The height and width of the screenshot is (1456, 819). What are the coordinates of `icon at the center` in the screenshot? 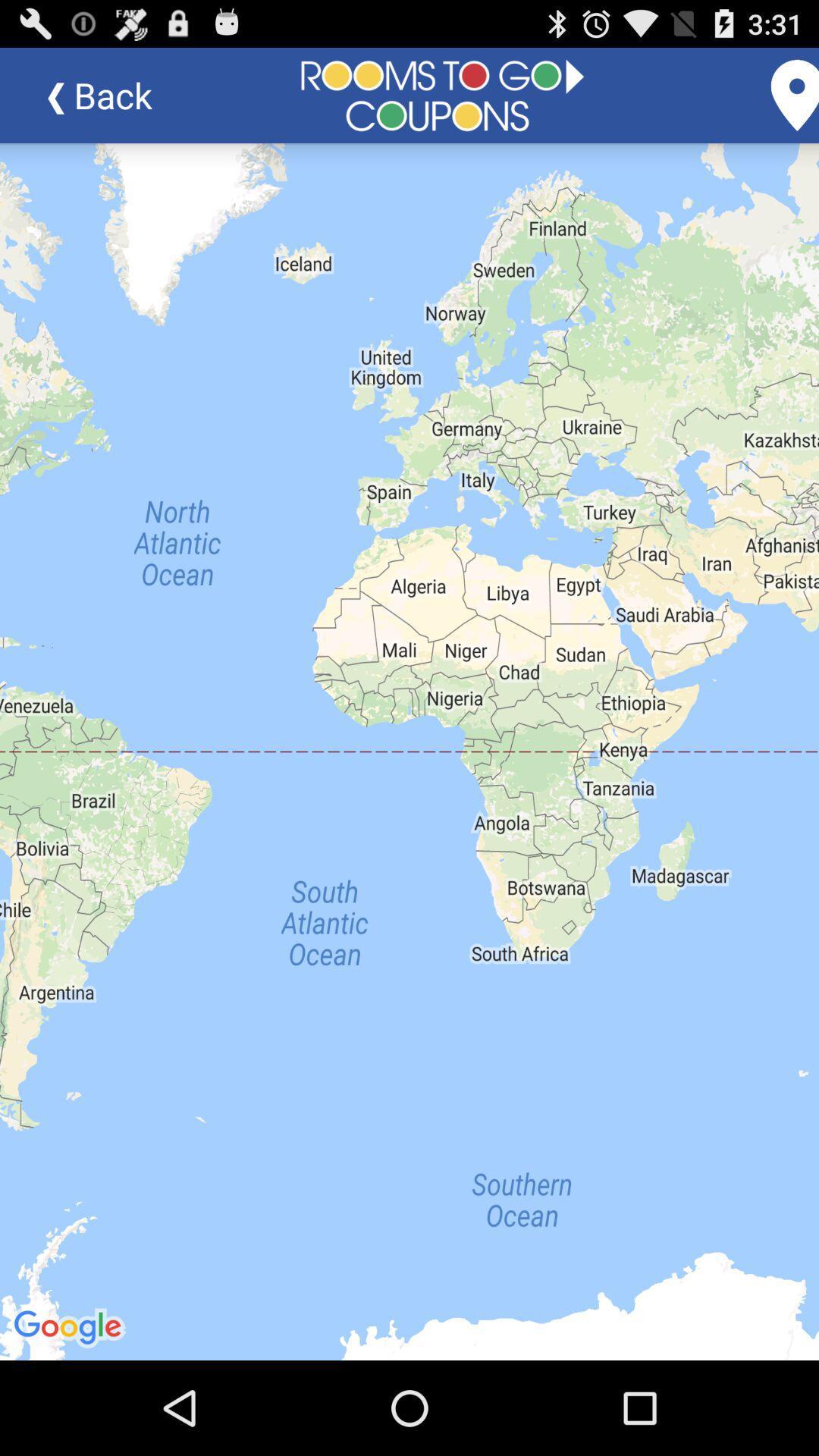 It's located at (409, 752).